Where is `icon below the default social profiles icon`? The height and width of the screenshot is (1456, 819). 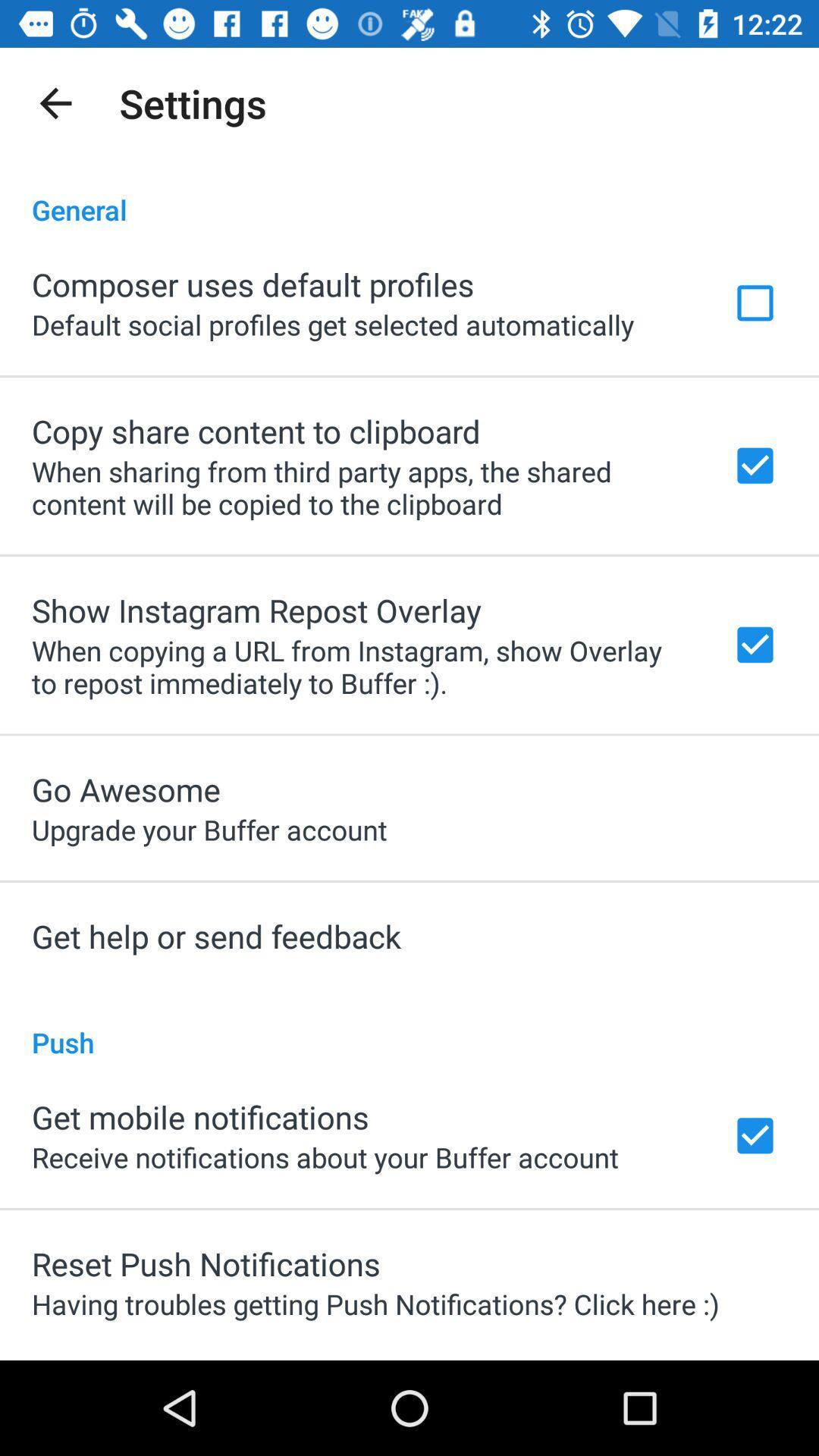
icon below the default social profiles icon is located at coordinates (255, 430).